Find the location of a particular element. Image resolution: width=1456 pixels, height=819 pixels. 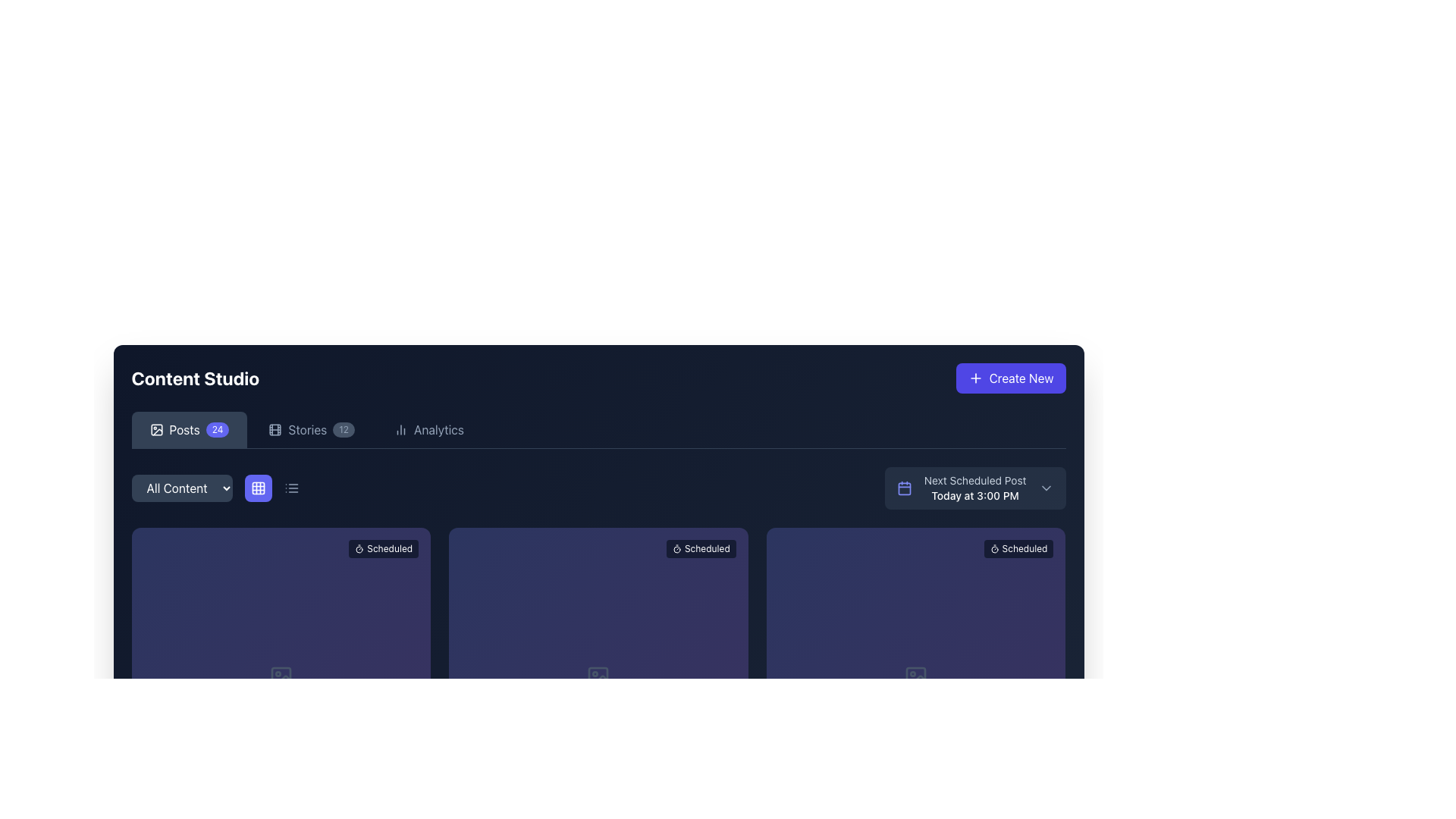

text label that displays 'Scheduled' in white font on a dark blue background, located in the upper-right corner of the content card, to understand the scheduling status is located at coordinates (390, 549).